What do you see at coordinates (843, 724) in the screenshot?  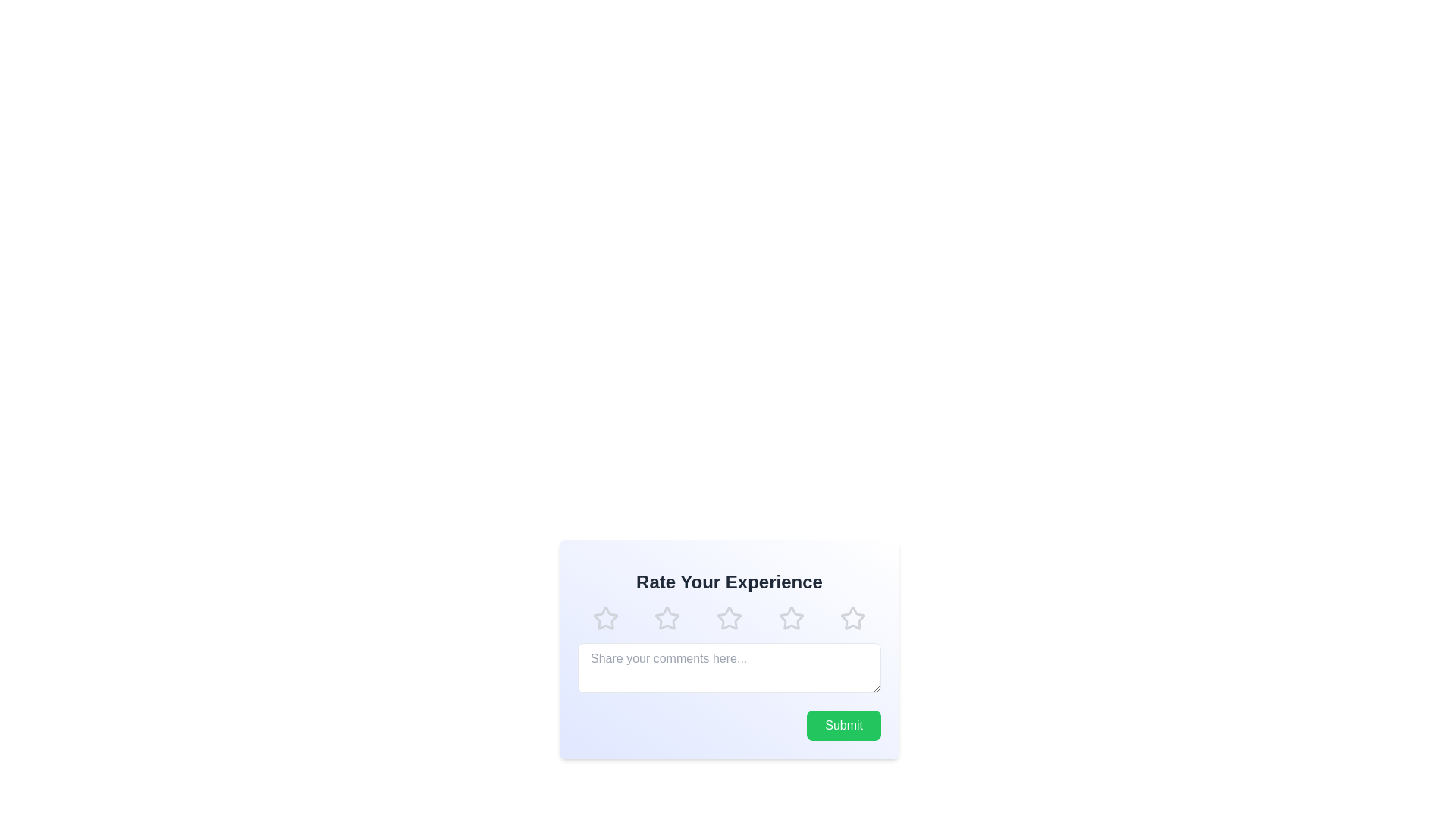 I see `the submit button to finalize the input` at bounding box center [843, 724].